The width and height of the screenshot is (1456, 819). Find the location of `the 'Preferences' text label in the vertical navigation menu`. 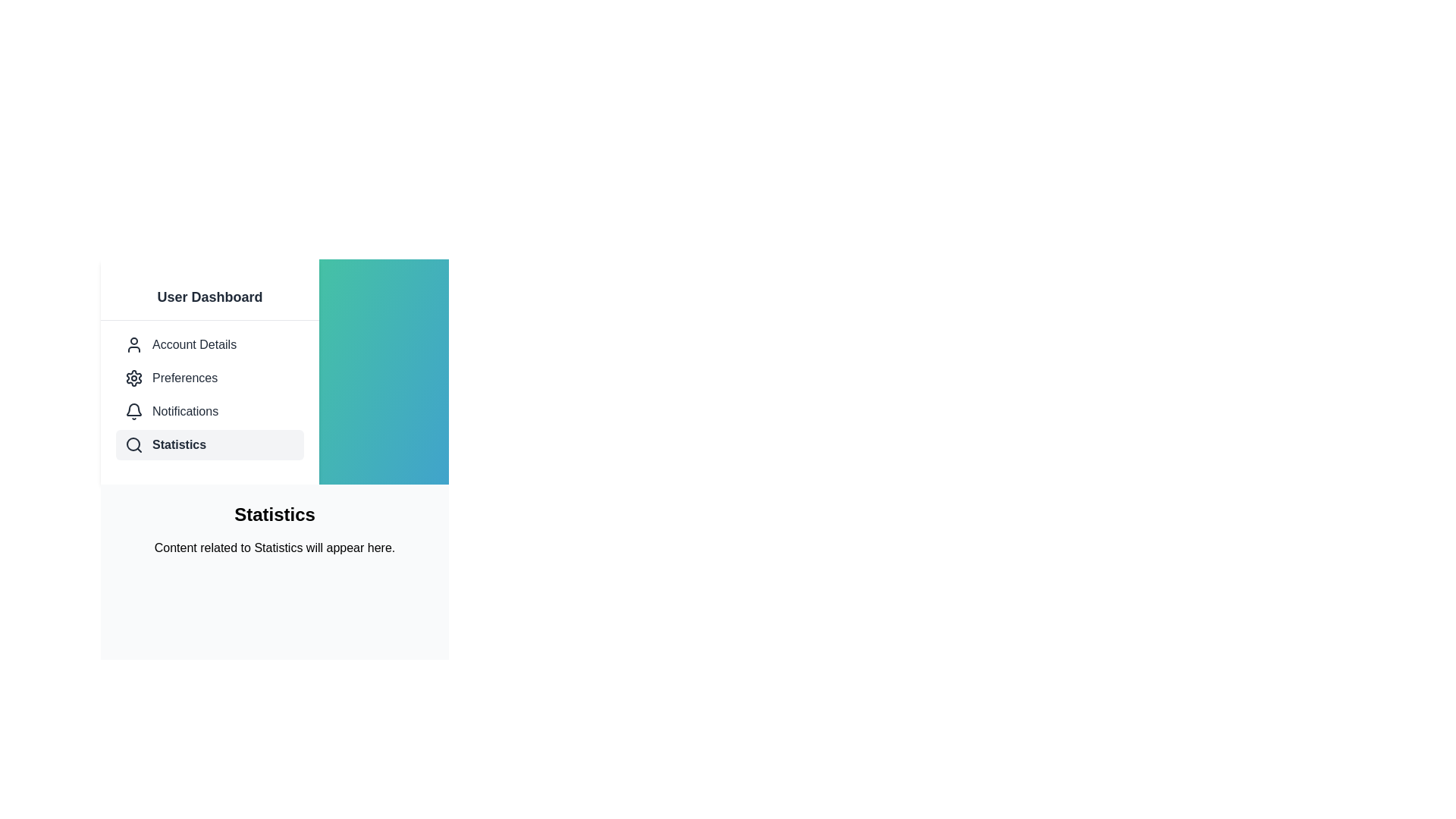

the 'Preferences' text label in the vertical navigation menu is located at coordinates (184, 377).